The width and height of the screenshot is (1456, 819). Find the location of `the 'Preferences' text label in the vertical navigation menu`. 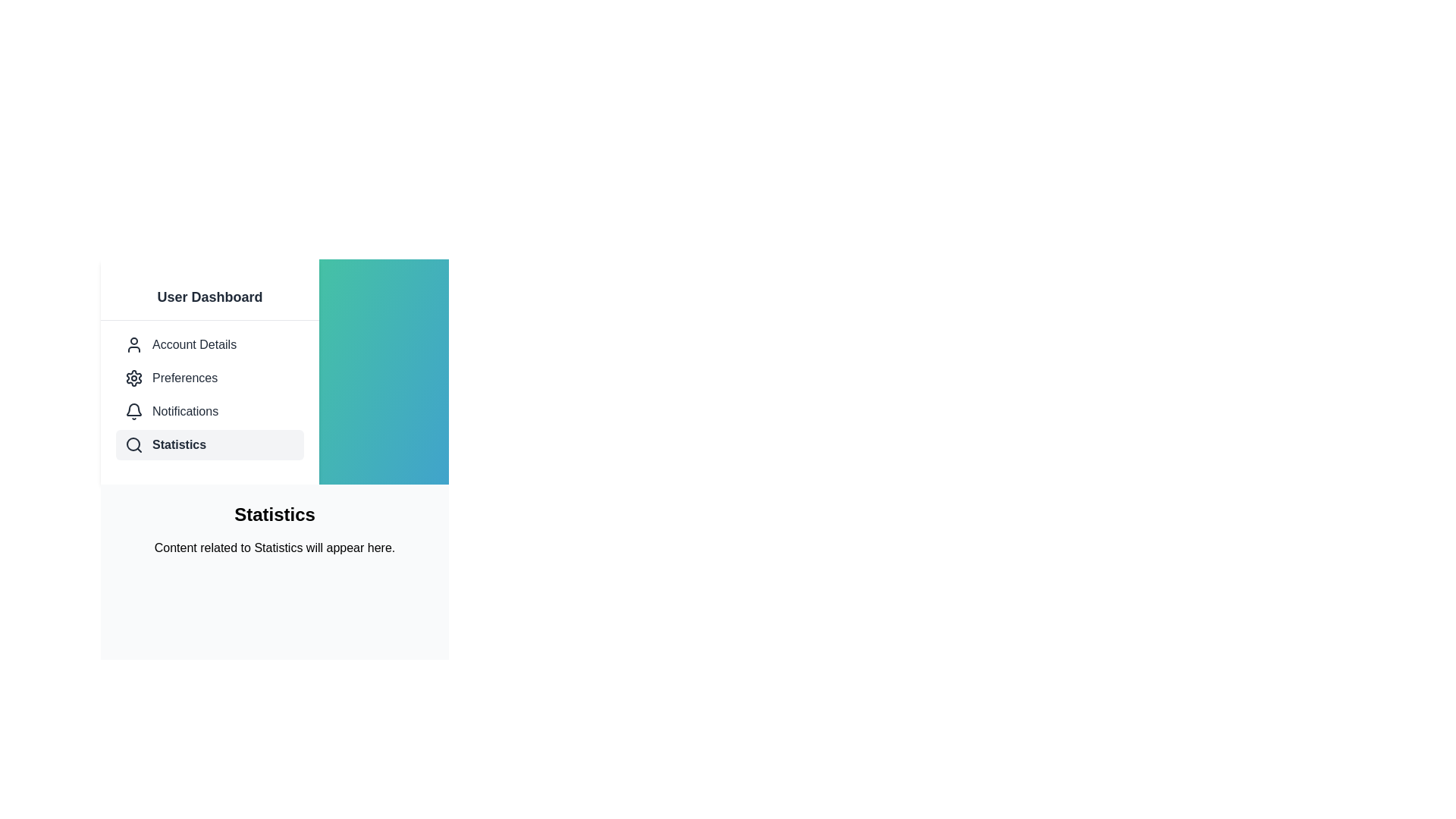

the 'Preferences' text label in the vertical navigation menu is located at coordinates (184, 377).